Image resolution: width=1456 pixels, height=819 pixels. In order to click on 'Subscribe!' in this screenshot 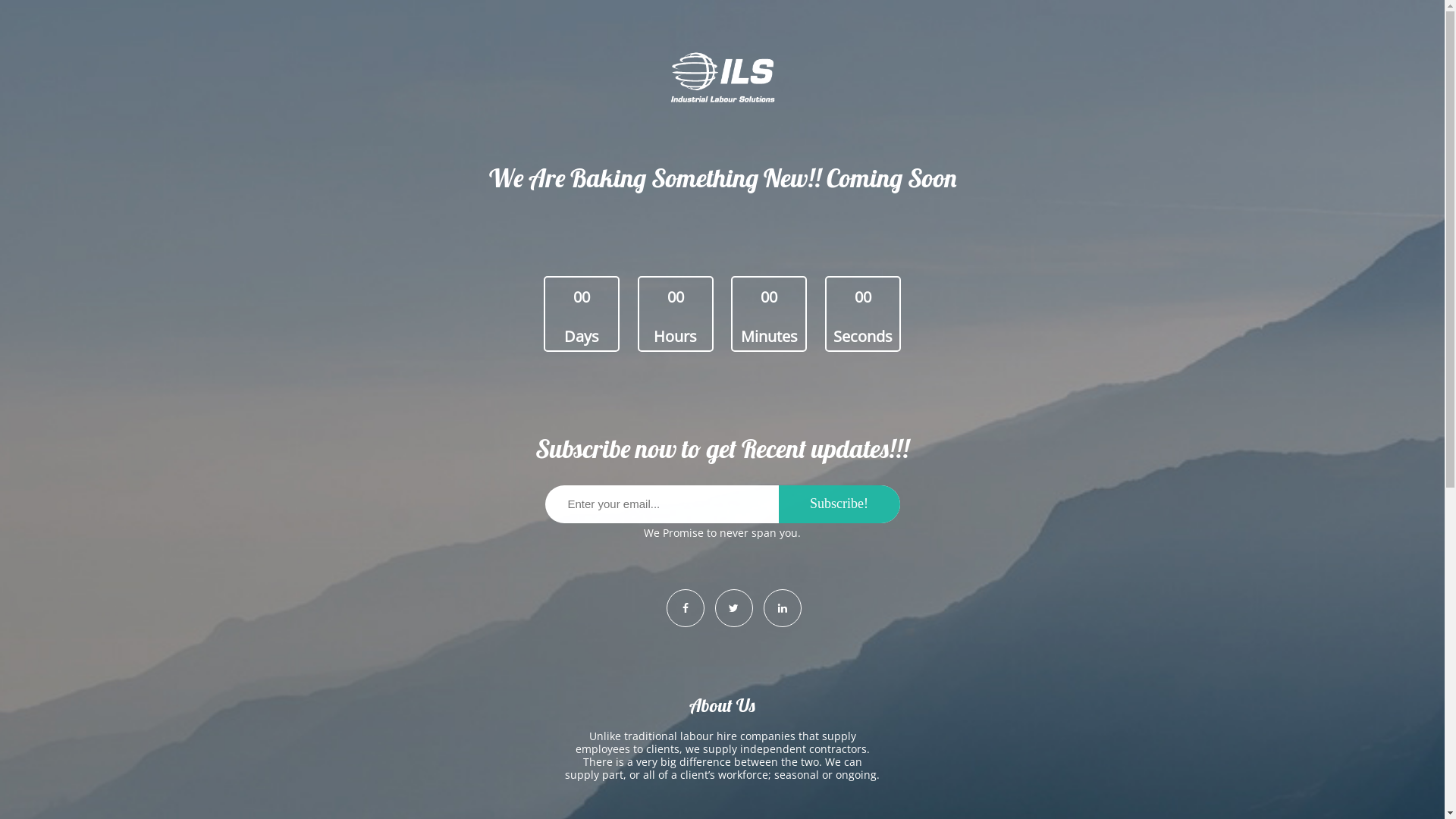, I will do `click(837, 504)`.